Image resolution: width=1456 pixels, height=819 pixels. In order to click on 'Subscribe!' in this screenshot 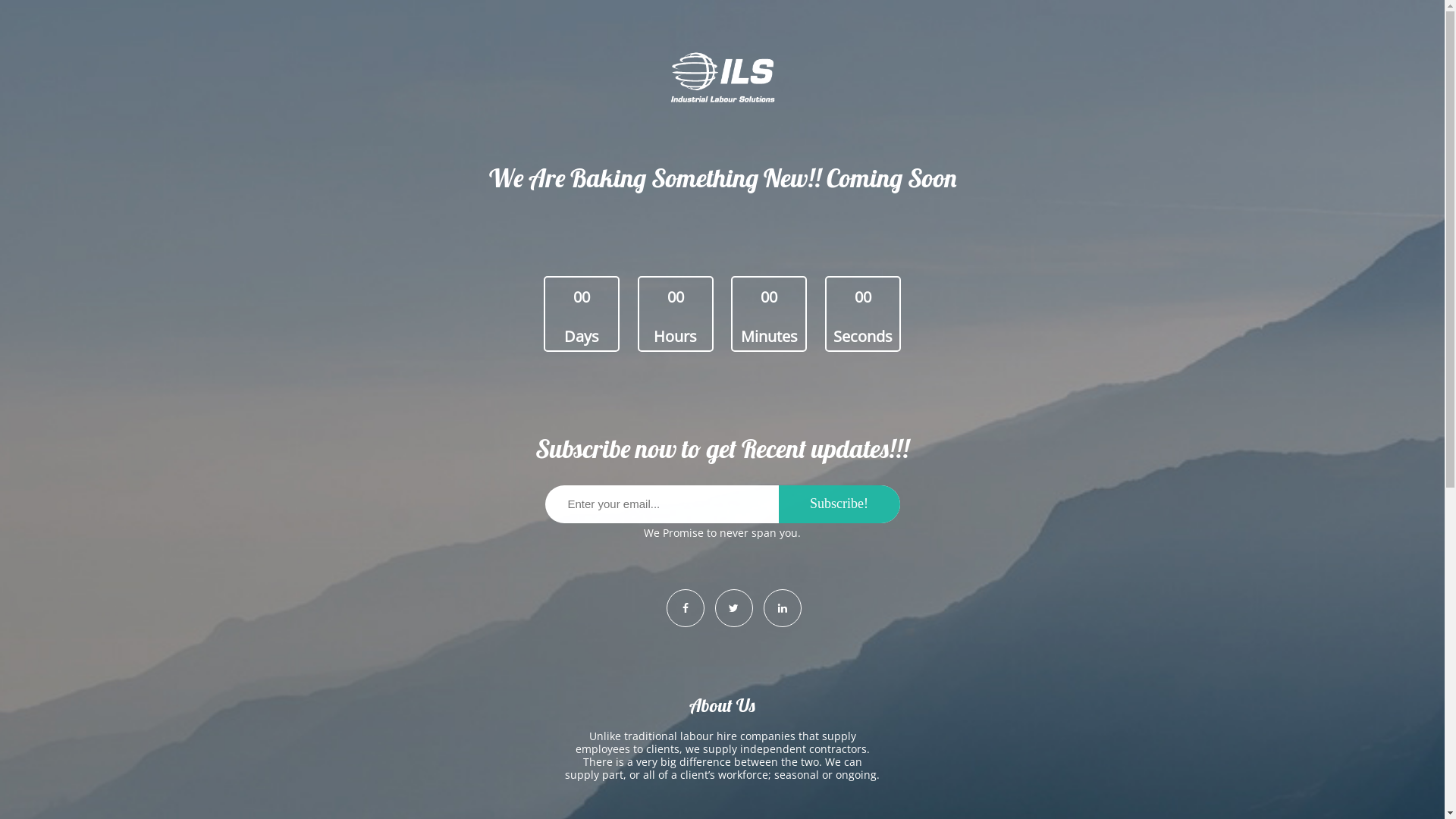, I will do `click(837, 504)`.